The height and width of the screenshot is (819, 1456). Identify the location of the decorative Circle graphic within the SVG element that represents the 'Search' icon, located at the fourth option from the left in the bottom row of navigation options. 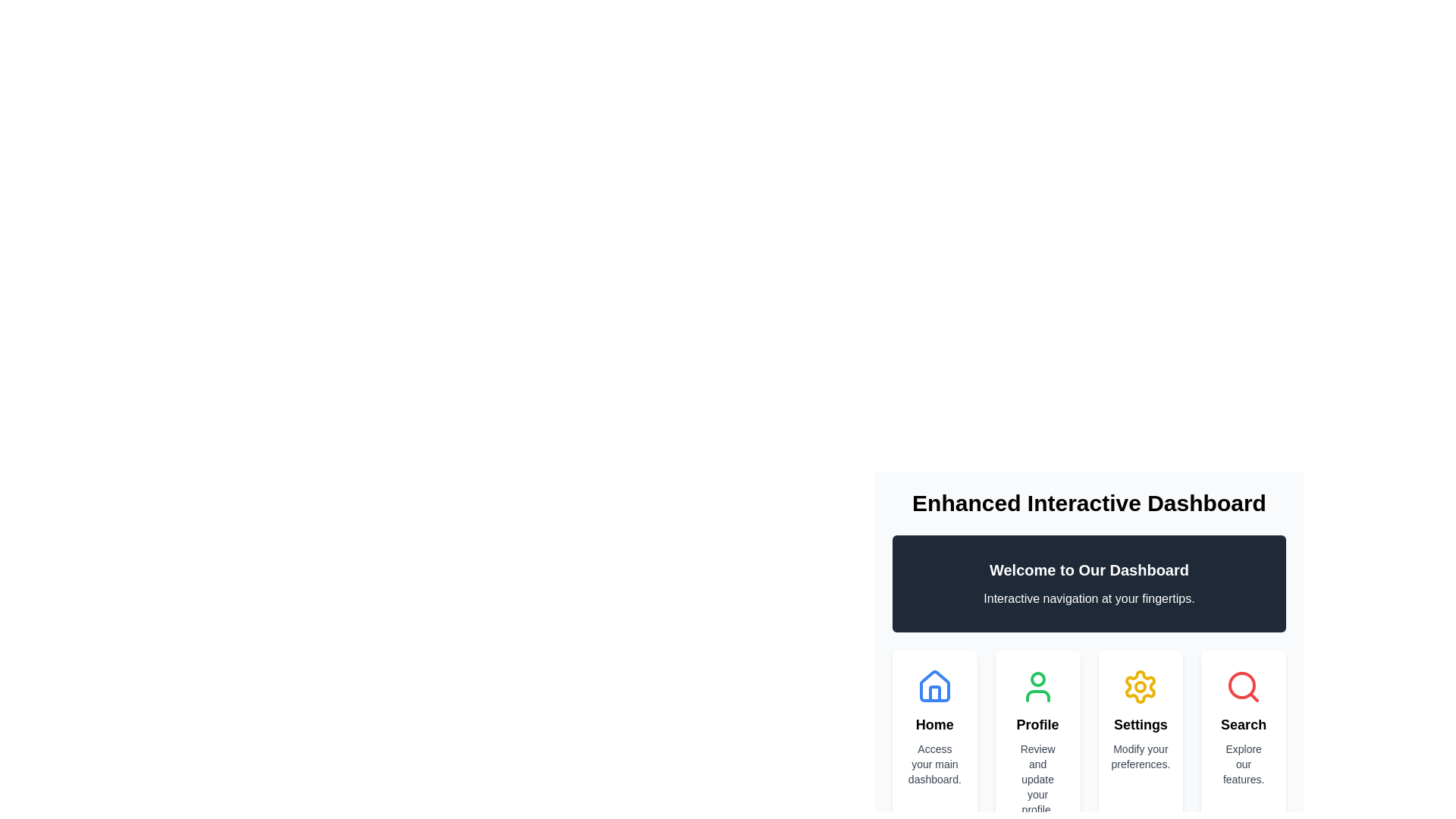
(1242, 685).